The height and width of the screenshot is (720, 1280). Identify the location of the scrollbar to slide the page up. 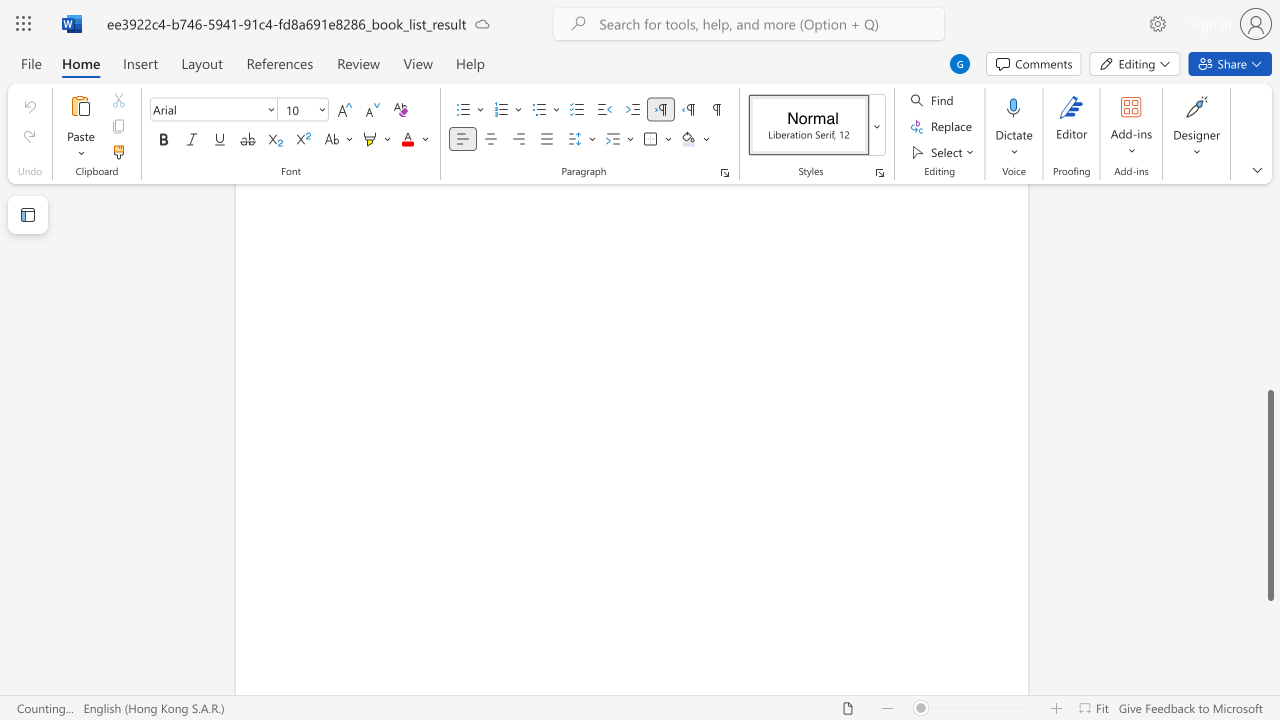
(1269, 310).